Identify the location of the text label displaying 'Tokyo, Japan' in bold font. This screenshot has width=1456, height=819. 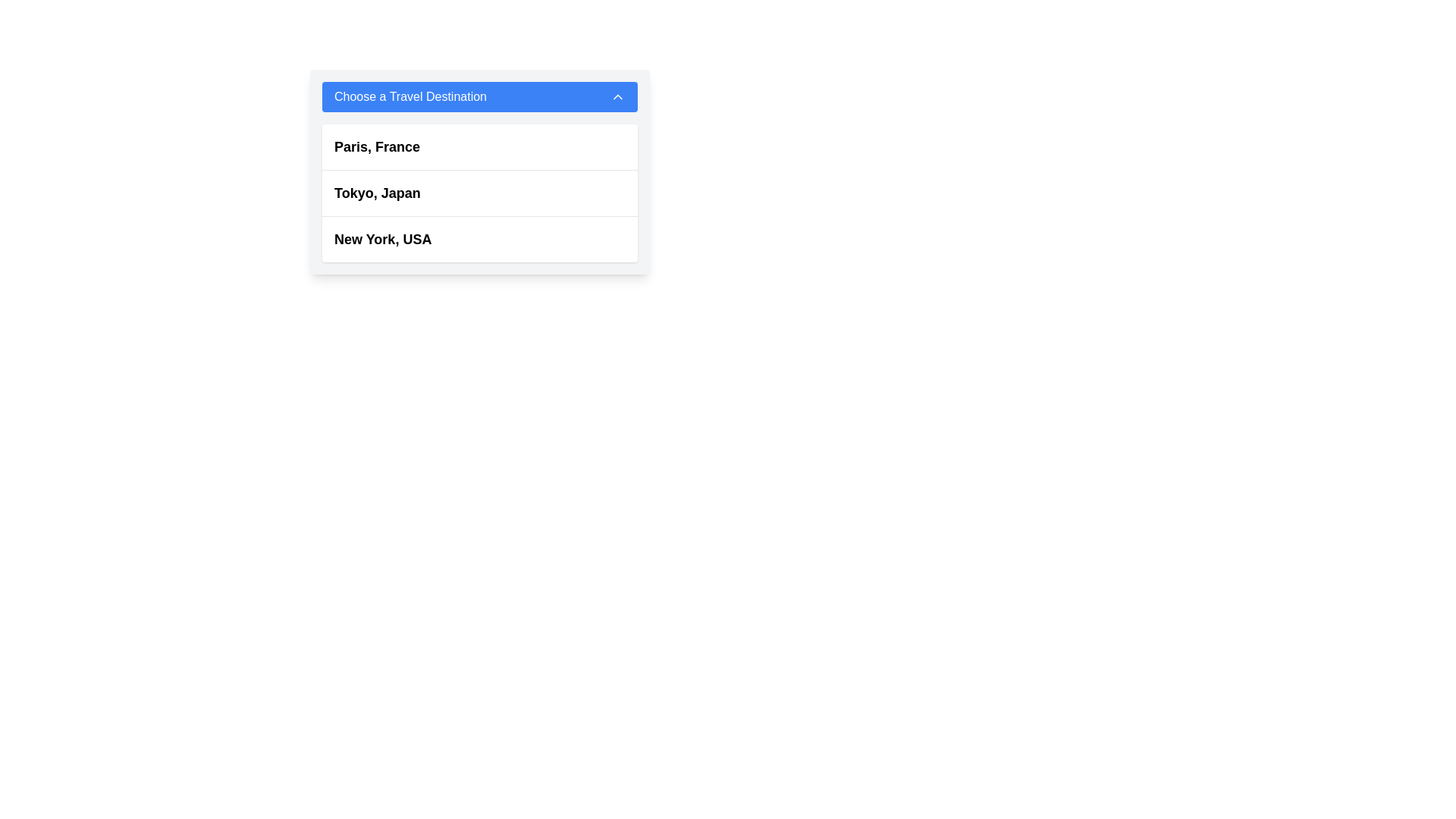
(377, 192).